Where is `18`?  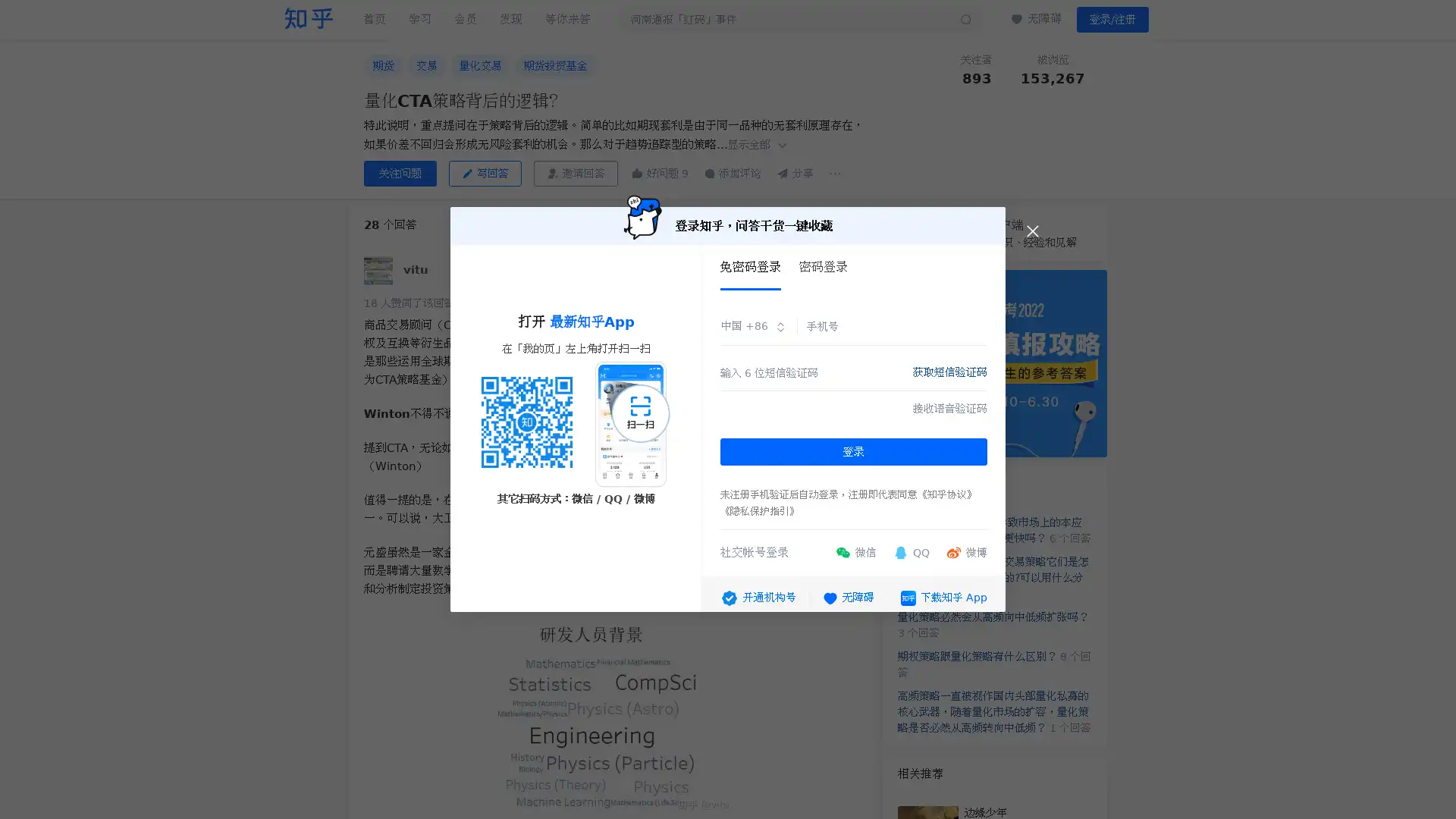 18 is located at coordinates (409, 303).